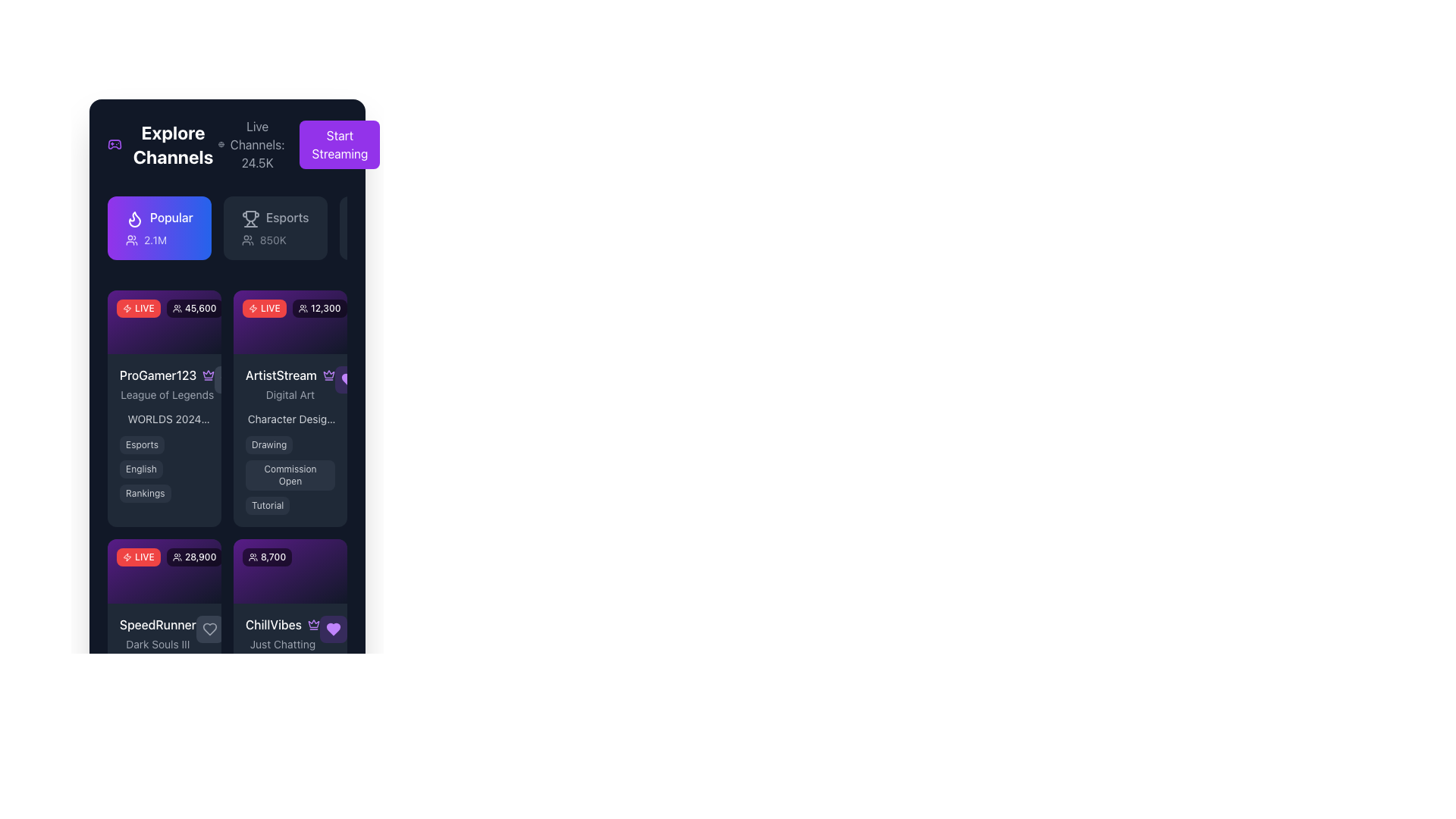 The height and width of the screenshot is (819, 1456). I want to click on the header text 'Explore Channels', so click(162, 145).